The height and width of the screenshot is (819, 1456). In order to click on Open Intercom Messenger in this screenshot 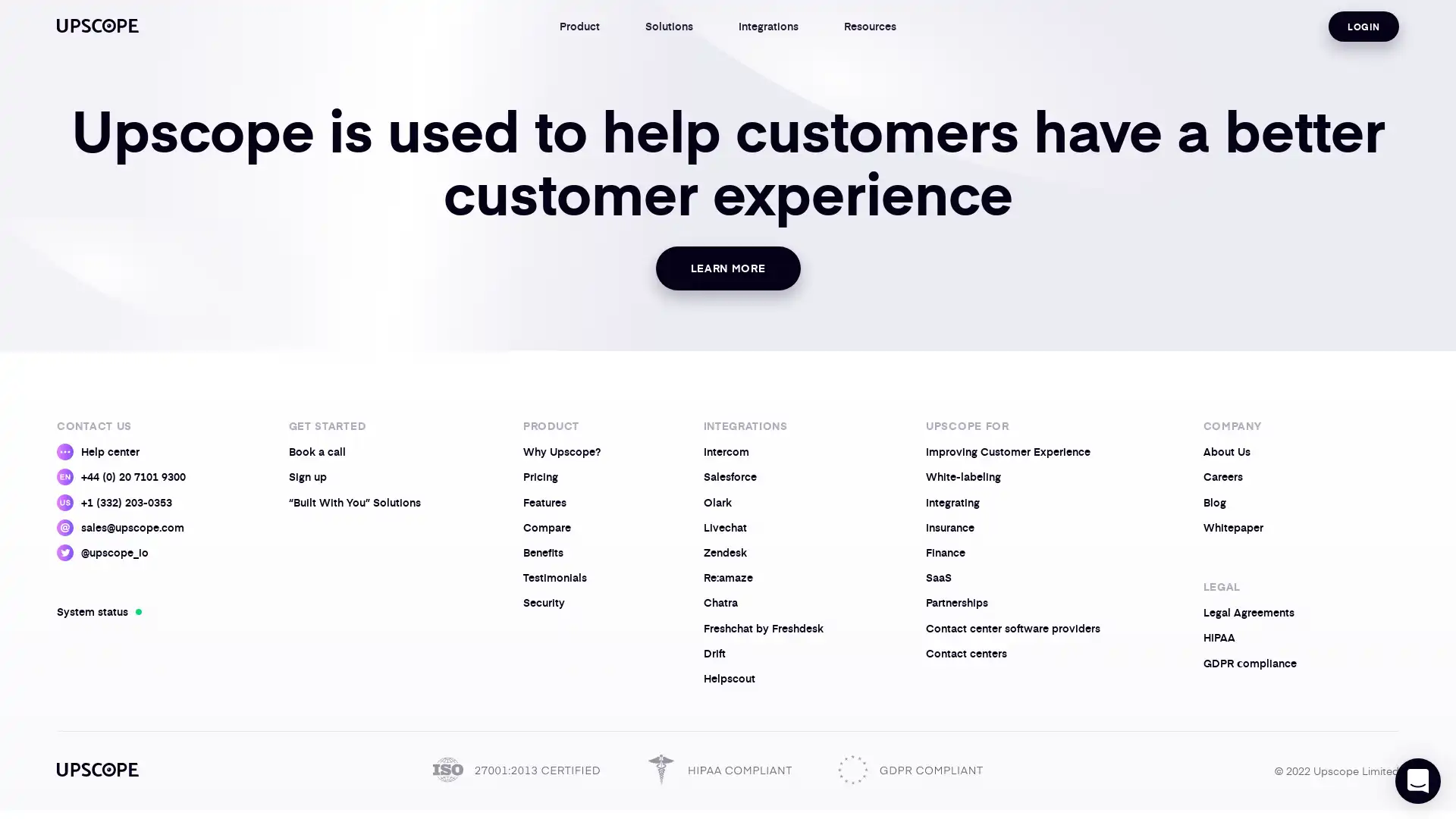, I will do `click(1417, 780)`.